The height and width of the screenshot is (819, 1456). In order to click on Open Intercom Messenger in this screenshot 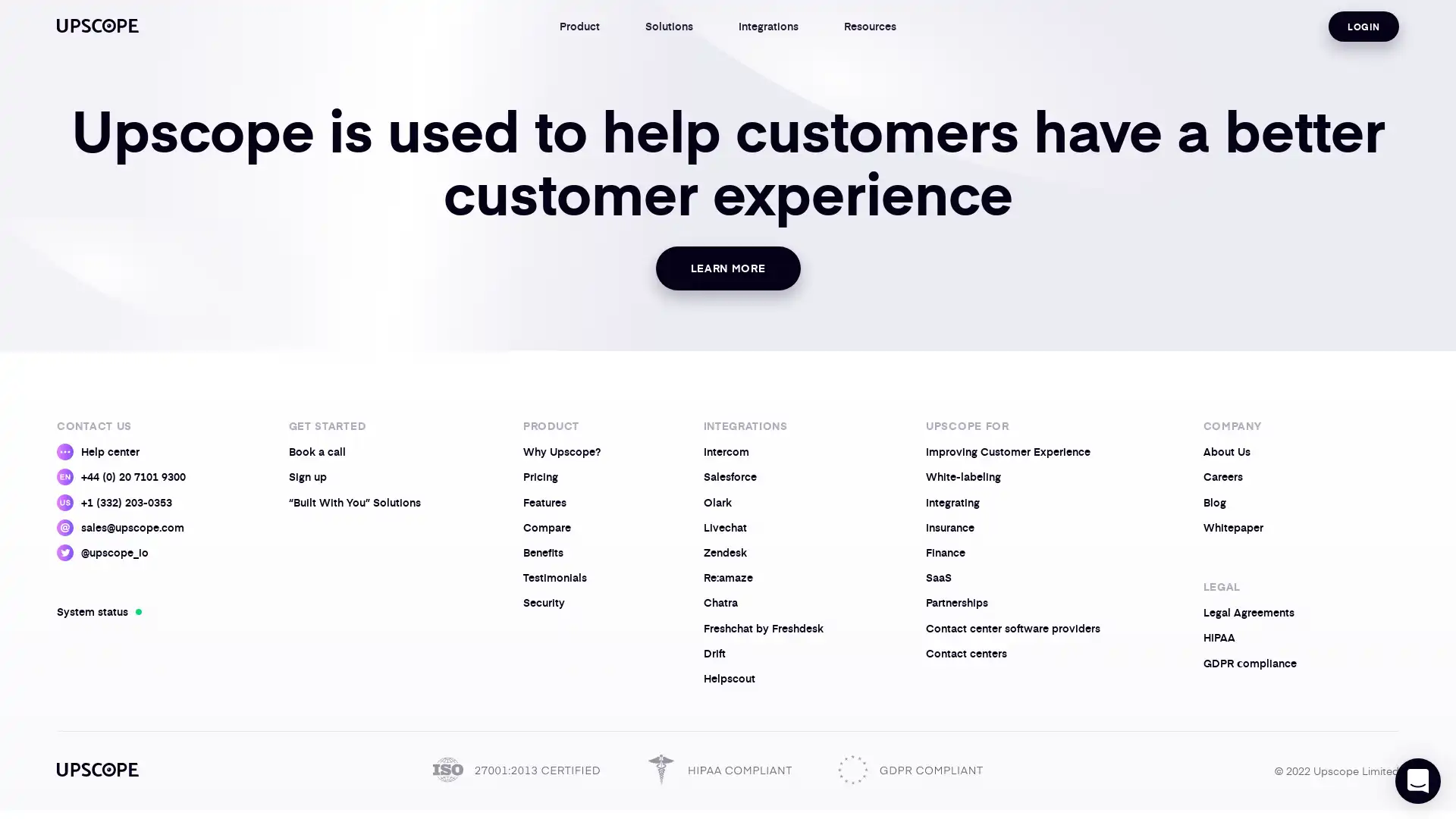, I will do `click(1417, 780)`.